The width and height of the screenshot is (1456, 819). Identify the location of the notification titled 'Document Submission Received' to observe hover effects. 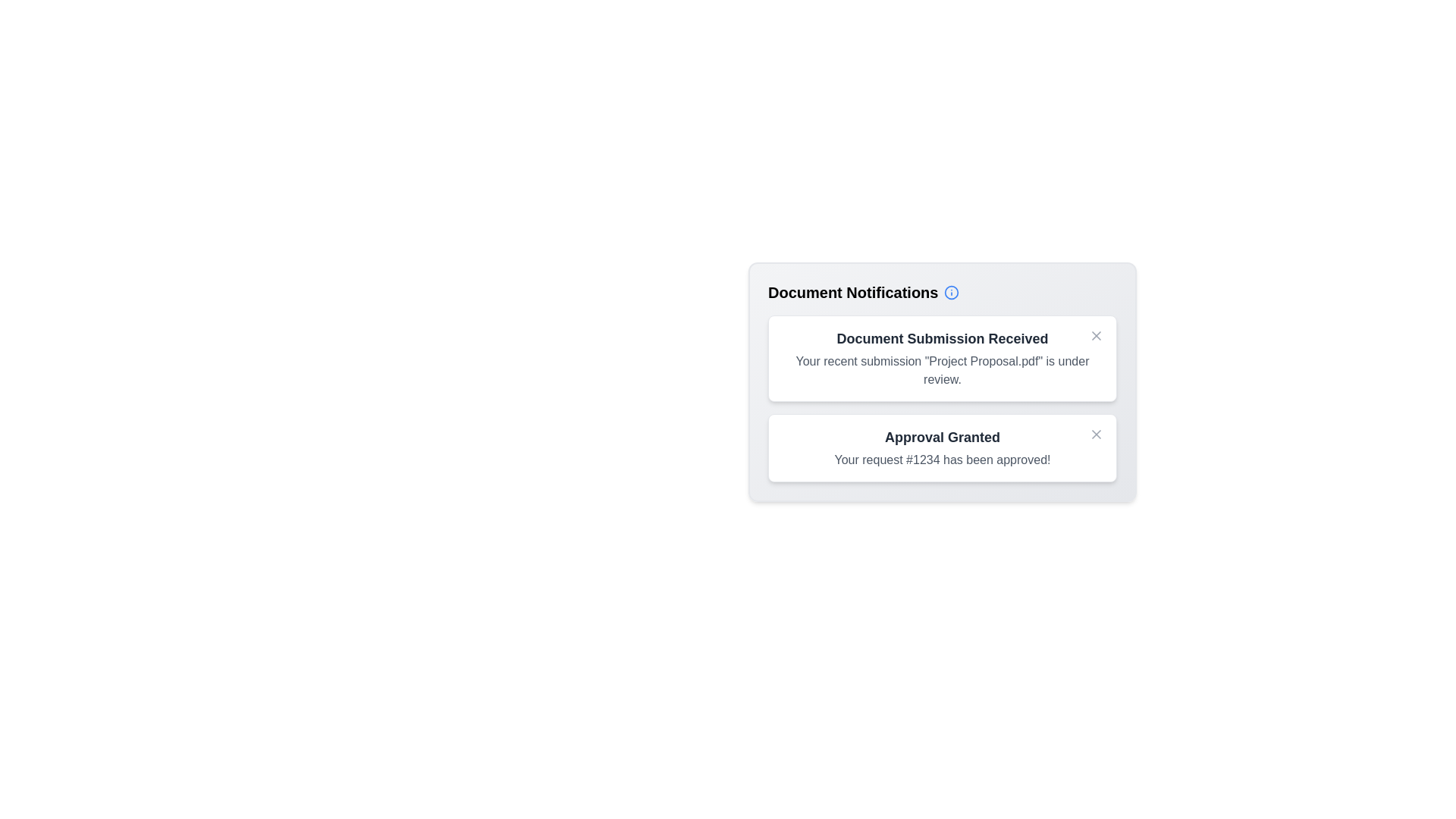
(942, 359).